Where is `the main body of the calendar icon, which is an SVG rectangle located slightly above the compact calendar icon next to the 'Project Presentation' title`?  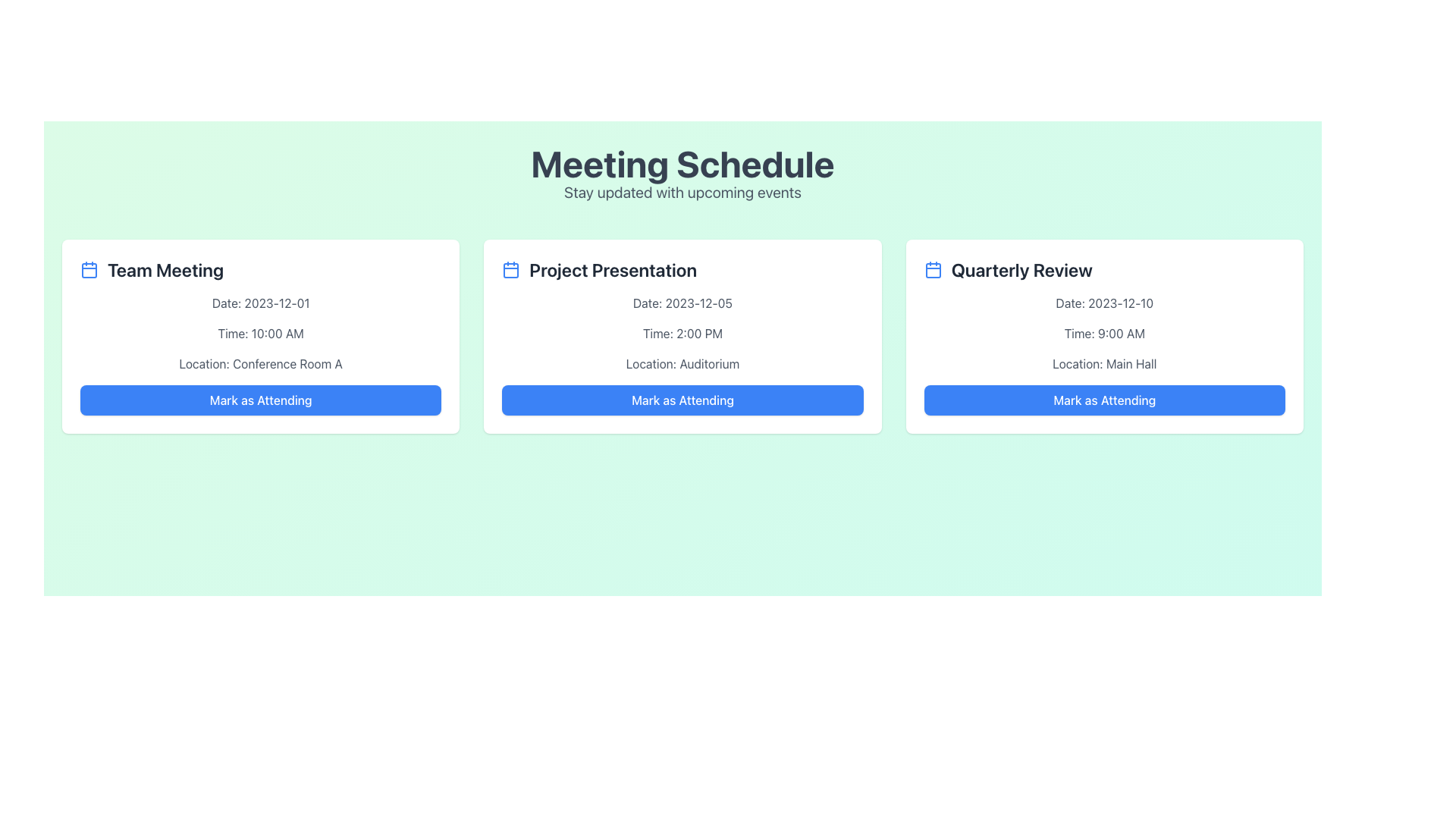 the main body of the calendar icon, which is an SVG rectangle located slightly above the compact calendar icon next to the 'Project Presentation' title is located at coordinates (511, 270).